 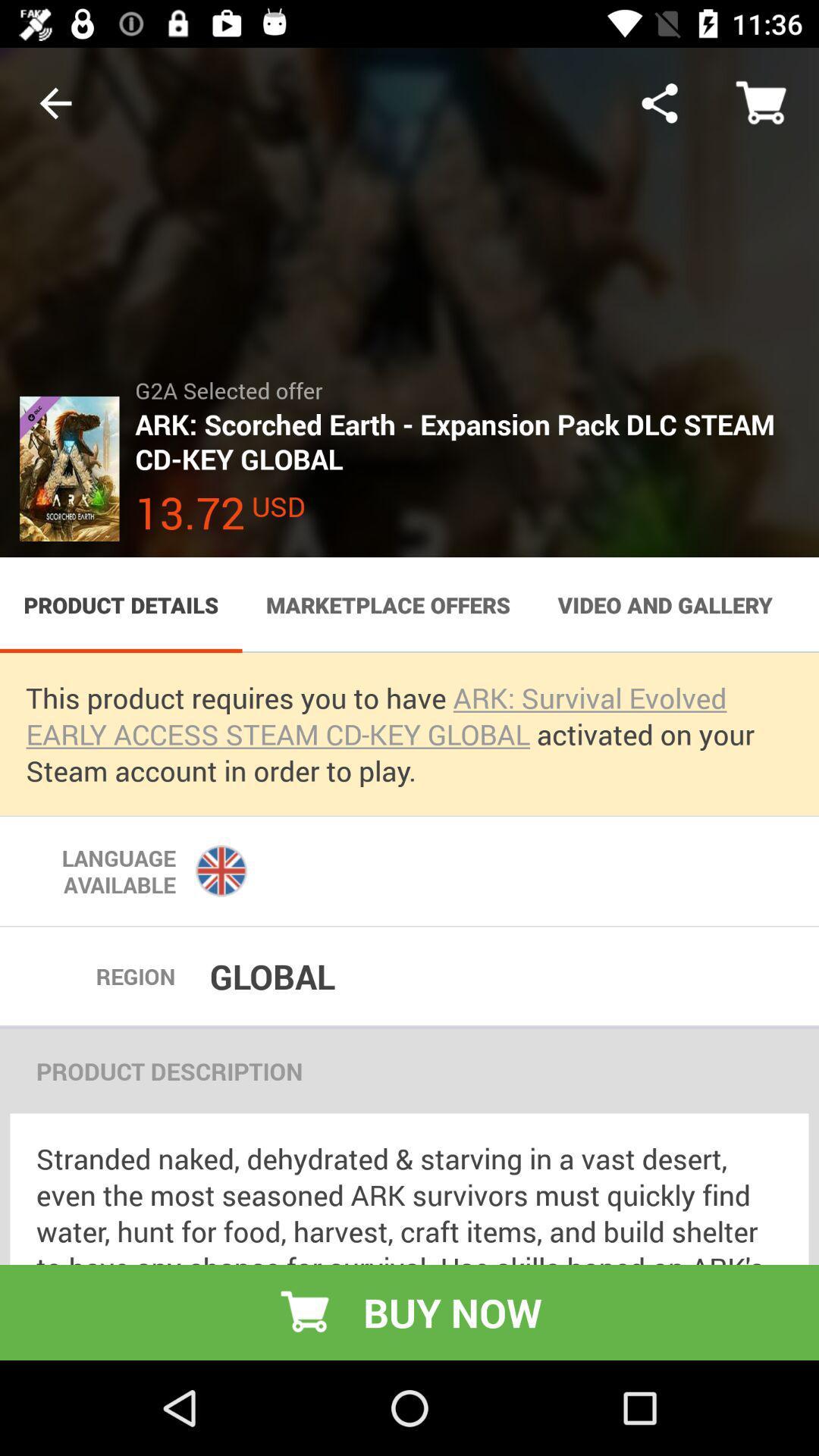 What do you see at coordinates (659, 102) in the screenshot?
I see `the icon above g2a selected offer` at bounding box center [659, 102].